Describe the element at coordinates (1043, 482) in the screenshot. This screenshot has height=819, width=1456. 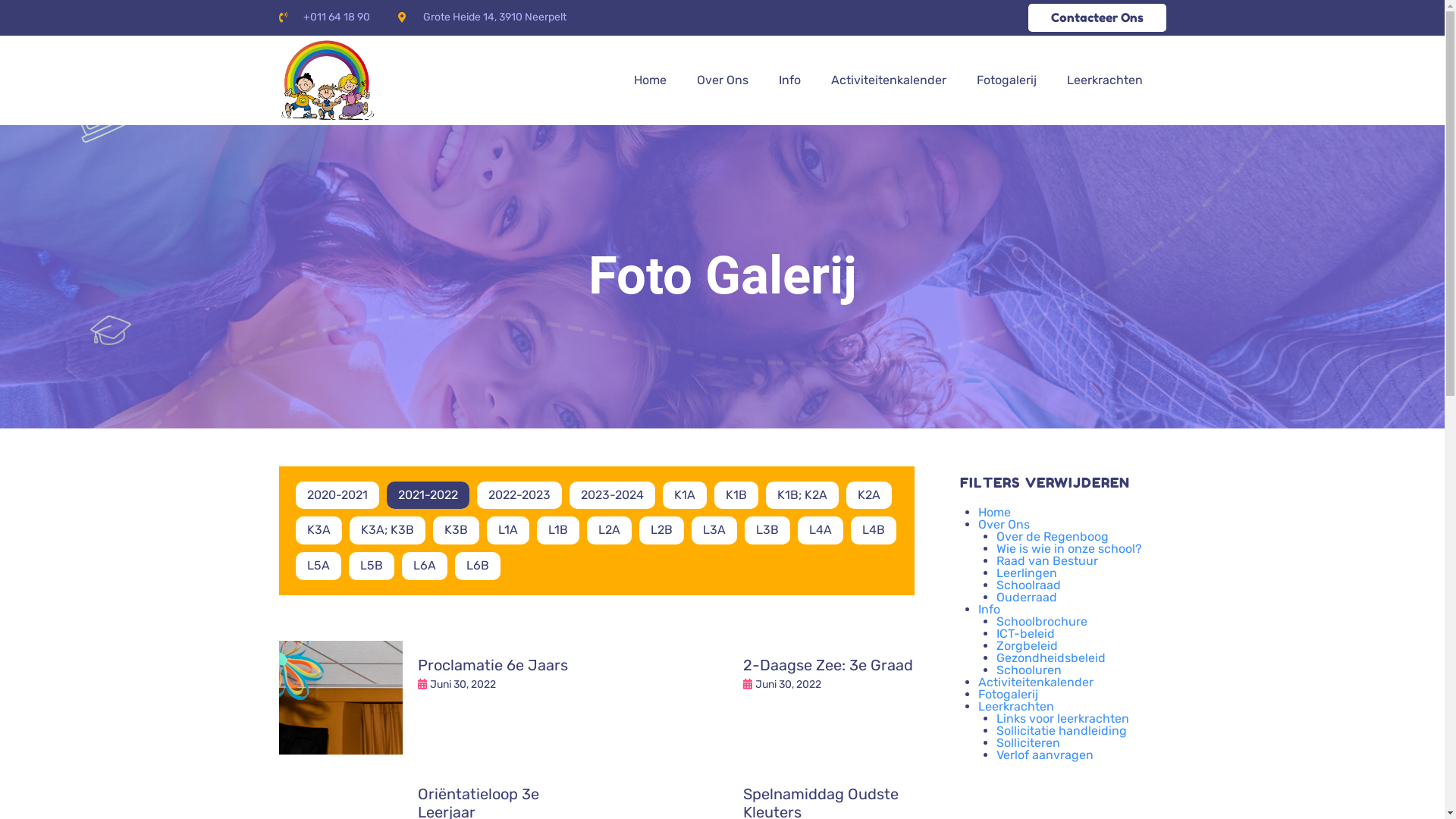
I see `'FILTERS VERWIJDEREN'` at that location.